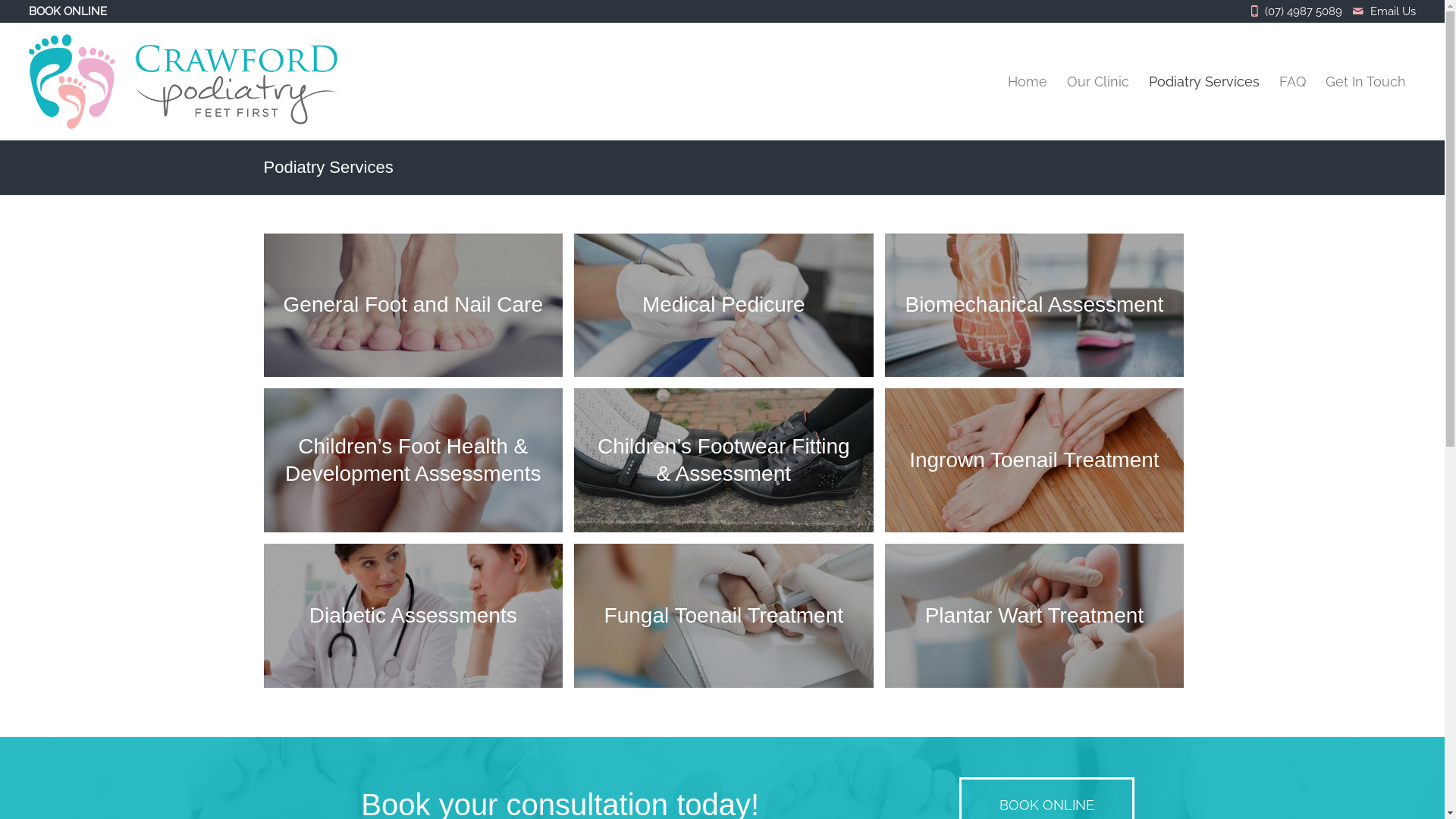 The image size is (1456, 819). What do you see at coordinates (1203, 81) in the screenshot?
I see `'Podiatry Services'` at bounding box center [1203, 81].